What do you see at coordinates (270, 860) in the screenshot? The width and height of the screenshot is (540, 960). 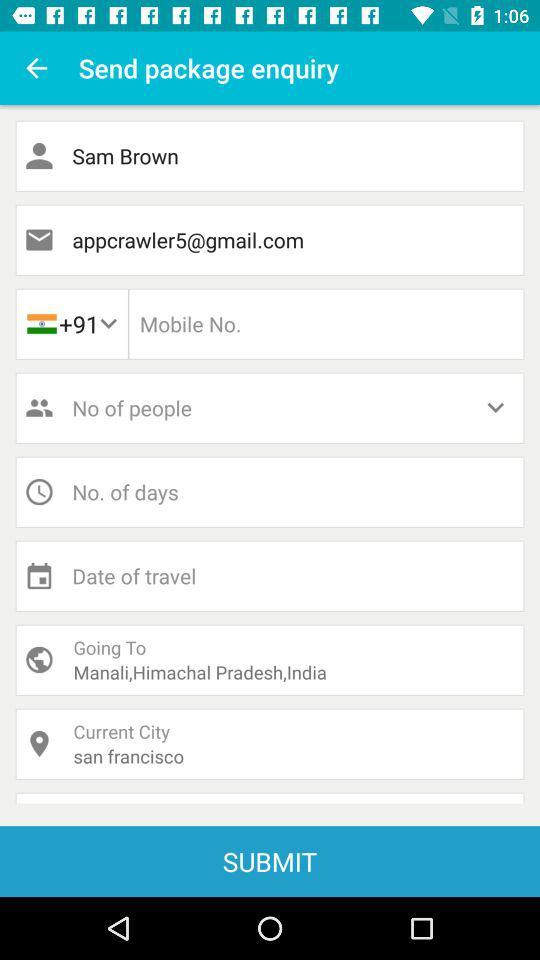 I see `submit icon` at bounding box center [270, 860].